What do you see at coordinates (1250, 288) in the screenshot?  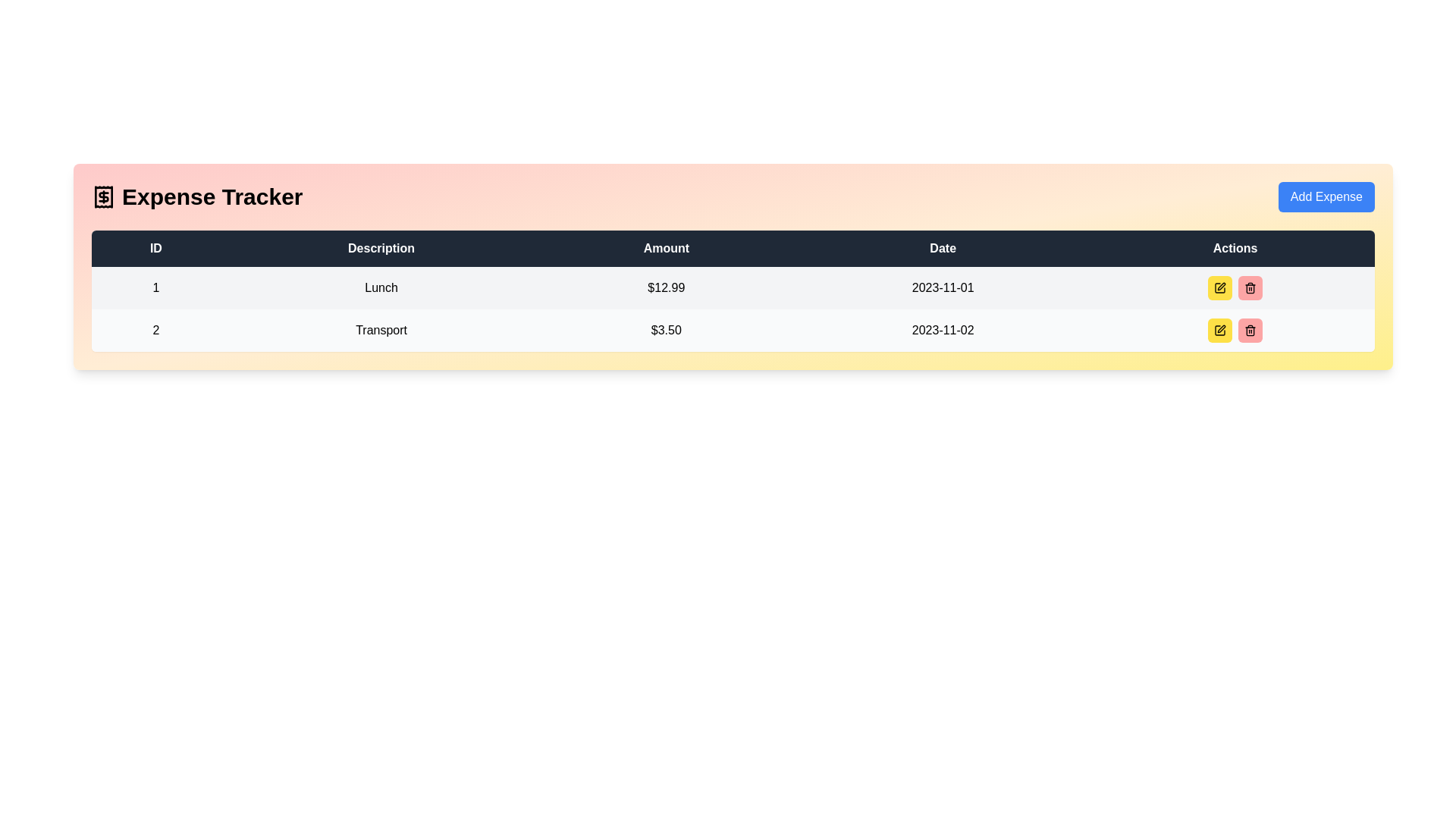 I see `the delete button located in the 'Actions' column of the second row in the 'Expense Tracker' table` at bounding box center [1250, 288].